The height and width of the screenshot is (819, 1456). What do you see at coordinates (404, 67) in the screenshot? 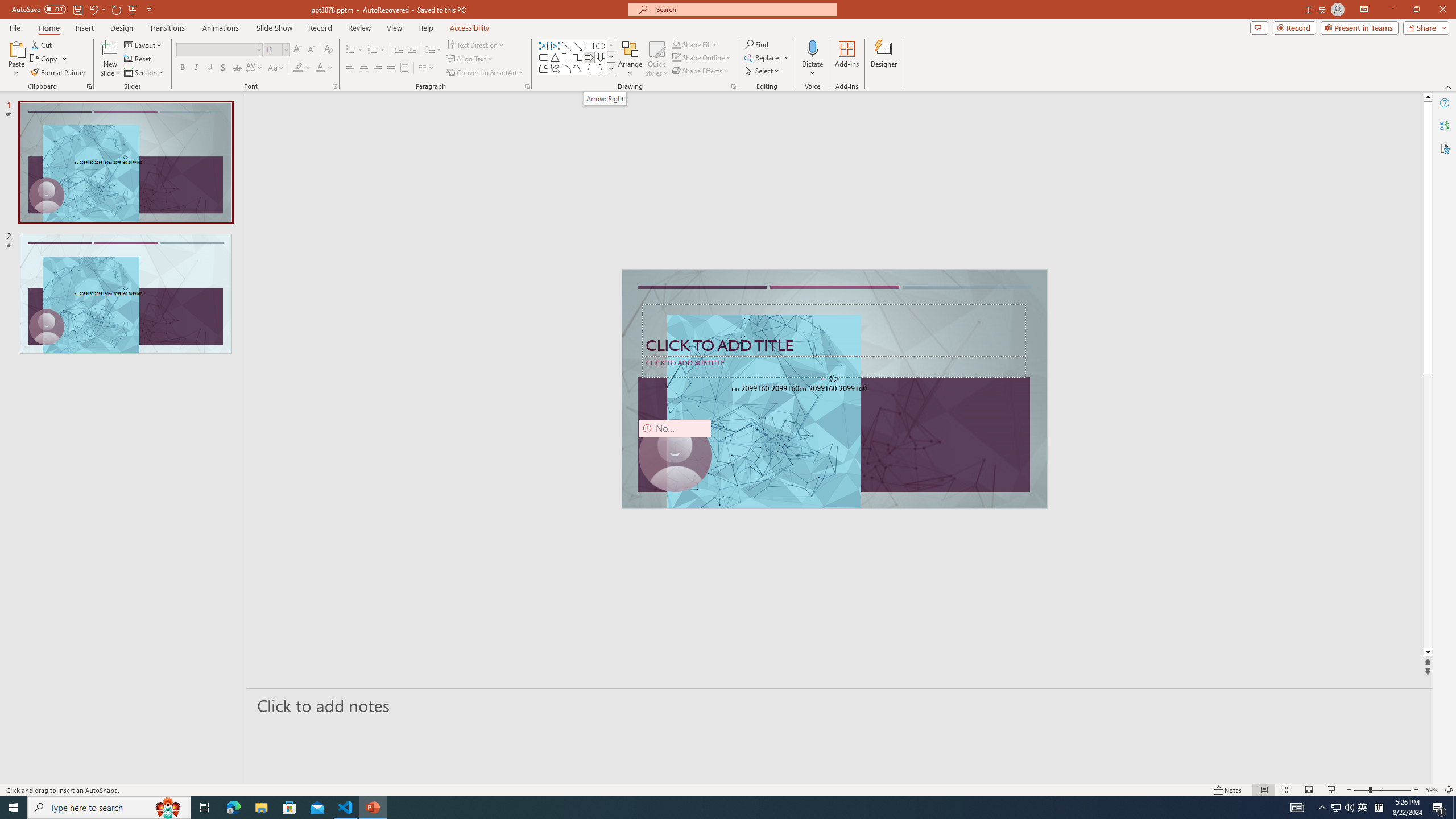
I see `'Distributed'` at bounding box center [404, 67].